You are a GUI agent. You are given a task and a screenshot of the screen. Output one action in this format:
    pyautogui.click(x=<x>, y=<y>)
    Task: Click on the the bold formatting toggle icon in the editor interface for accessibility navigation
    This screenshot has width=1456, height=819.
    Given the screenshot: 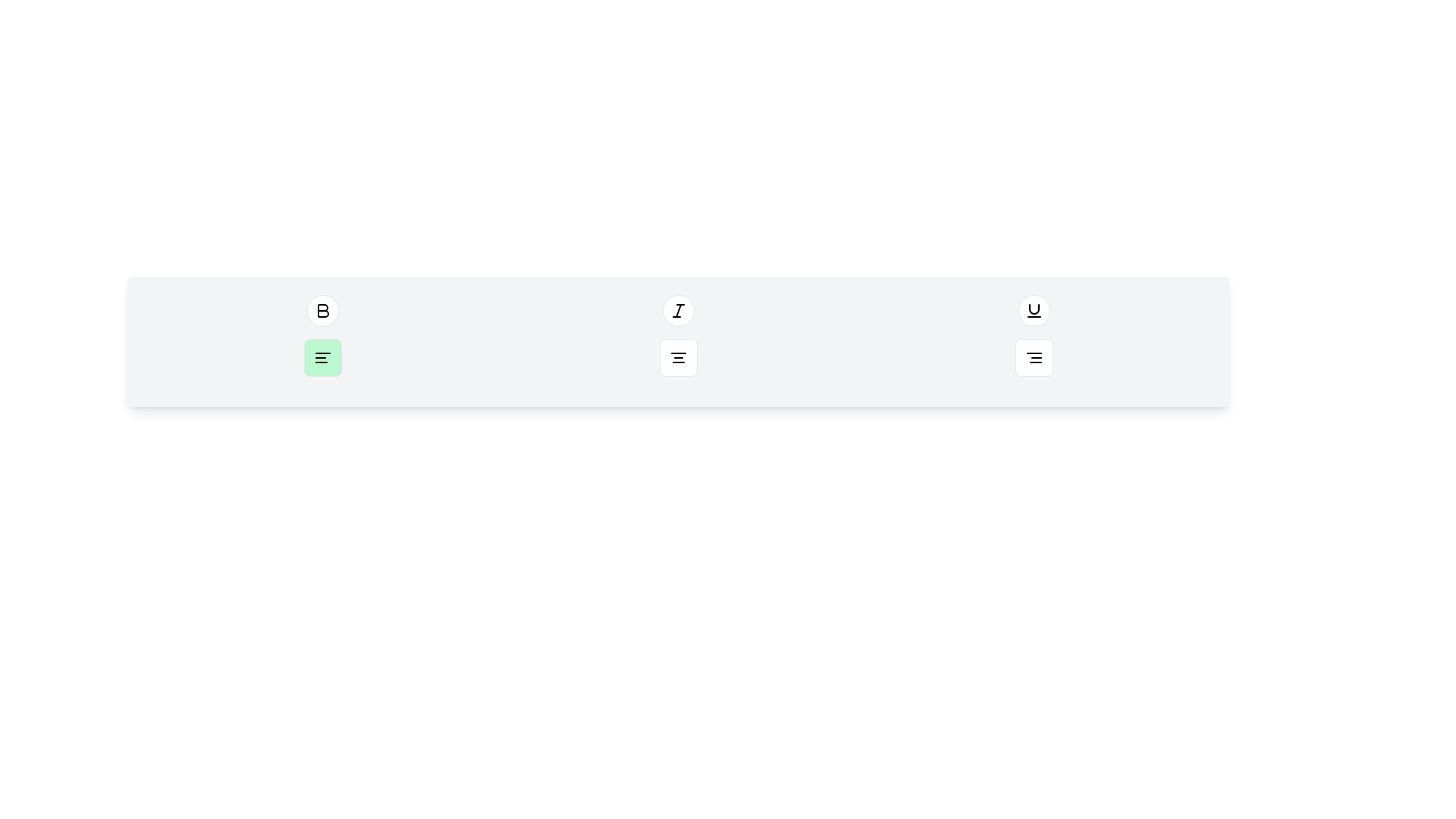 What is the action you would take?
    pyautogui.click(x=322, y=309)
    